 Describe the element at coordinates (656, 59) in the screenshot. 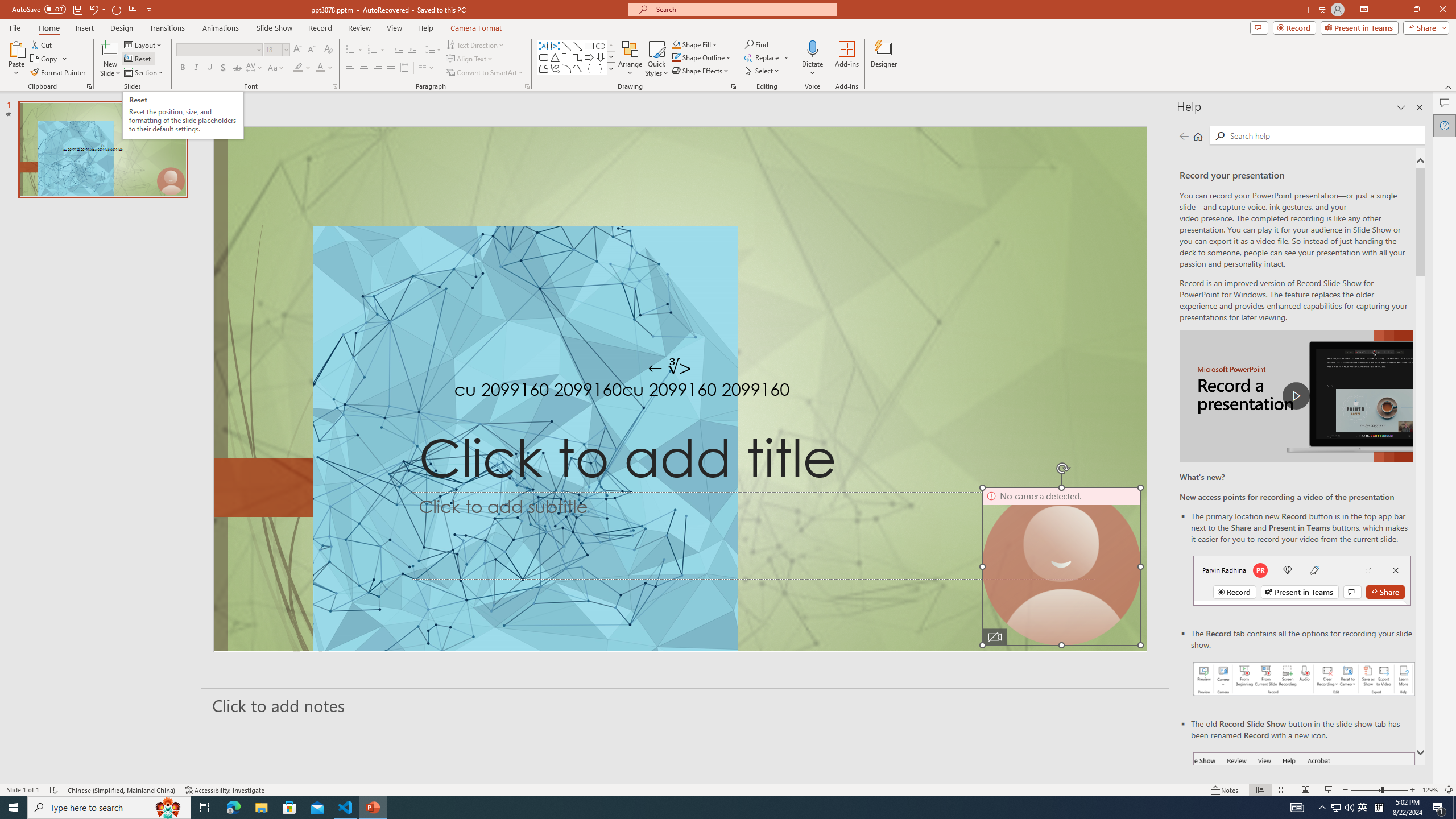

I see `'Quick Styles'` at that location.